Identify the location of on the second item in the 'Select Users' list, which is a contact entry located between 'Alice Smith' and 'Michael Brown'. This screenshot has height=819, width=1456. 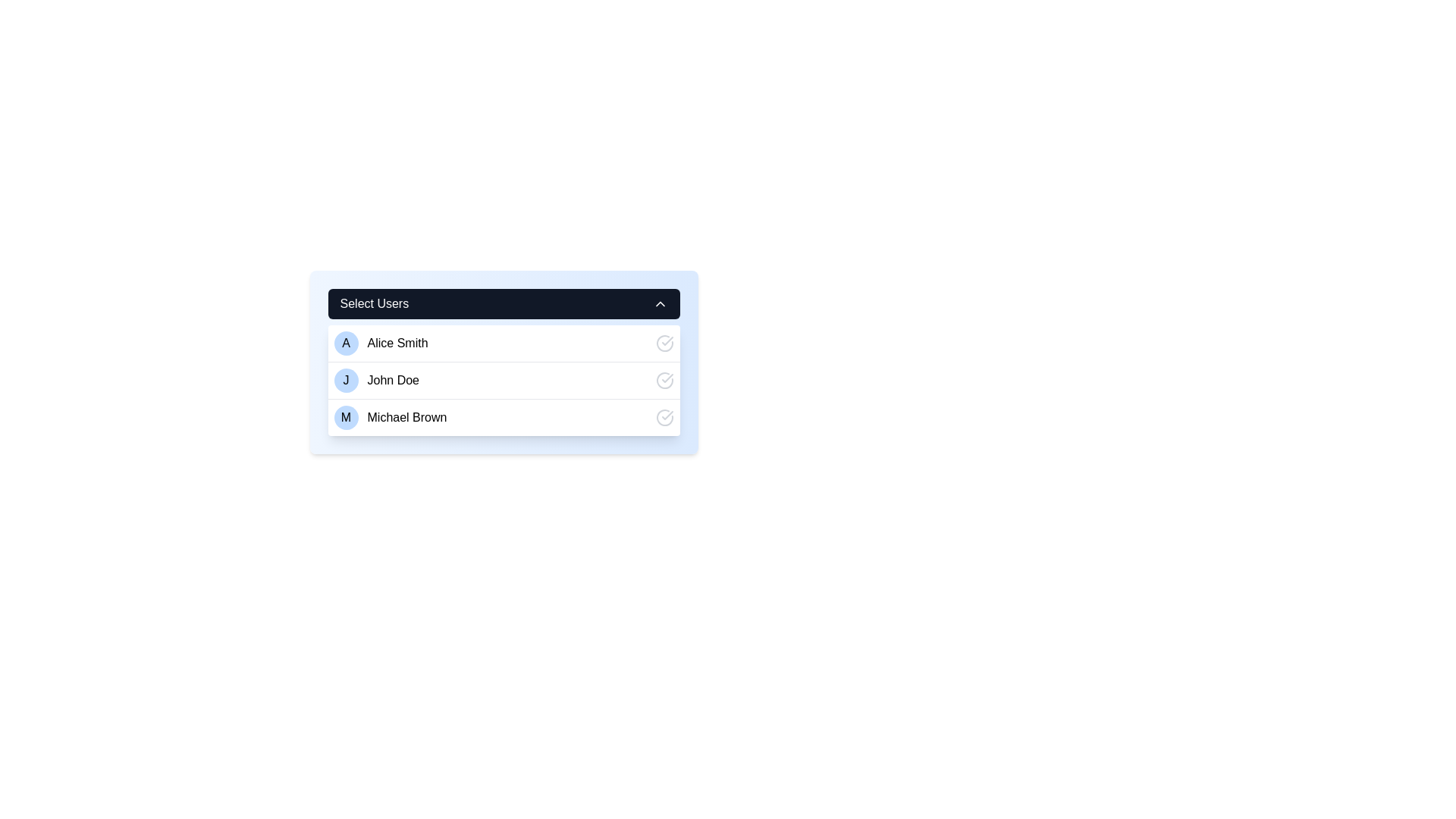
(504, 379).